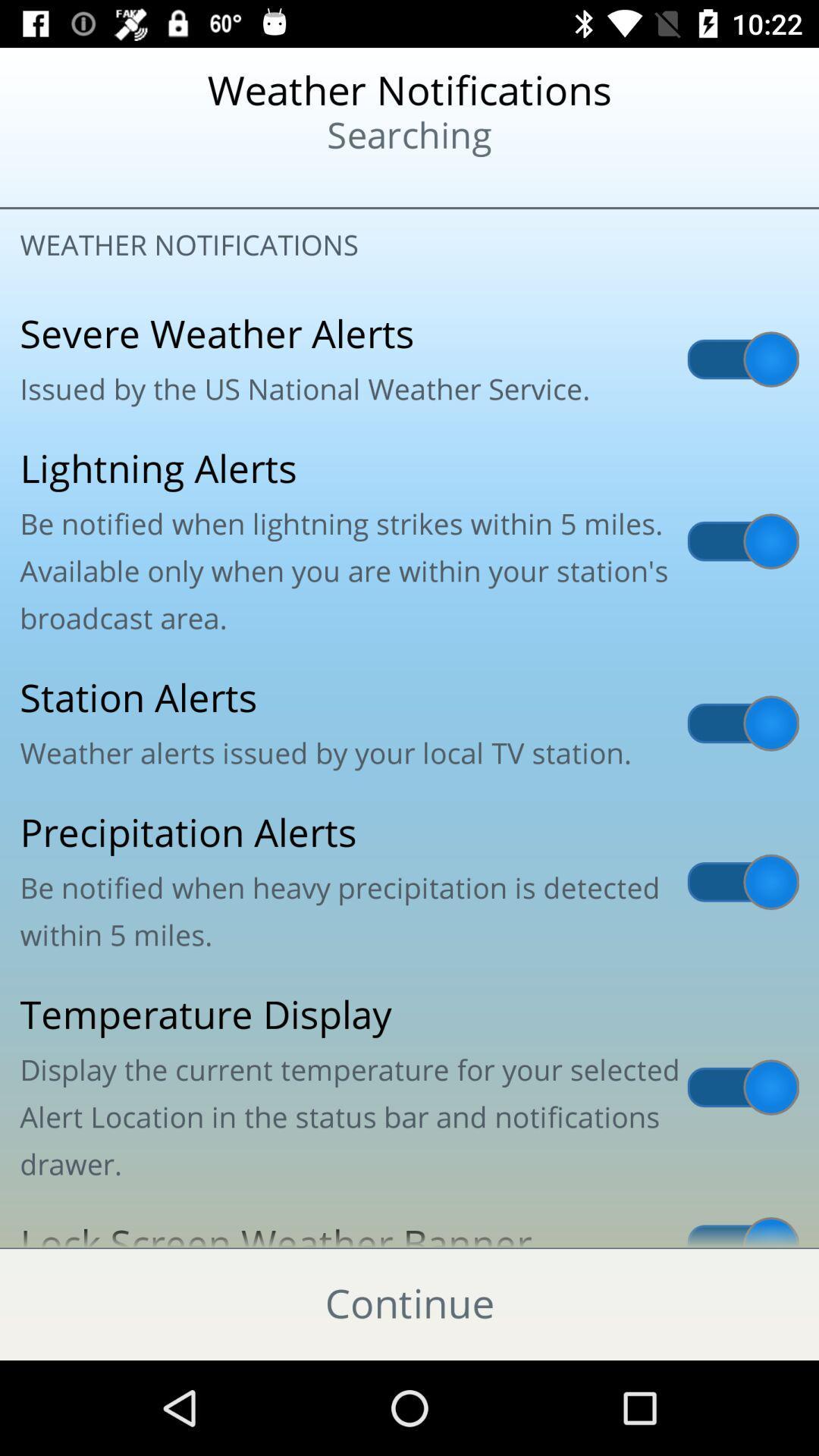  Describe the element at coordinates (409, 1225) in the screenshot. I see `item below the temperature display display item` at that location.